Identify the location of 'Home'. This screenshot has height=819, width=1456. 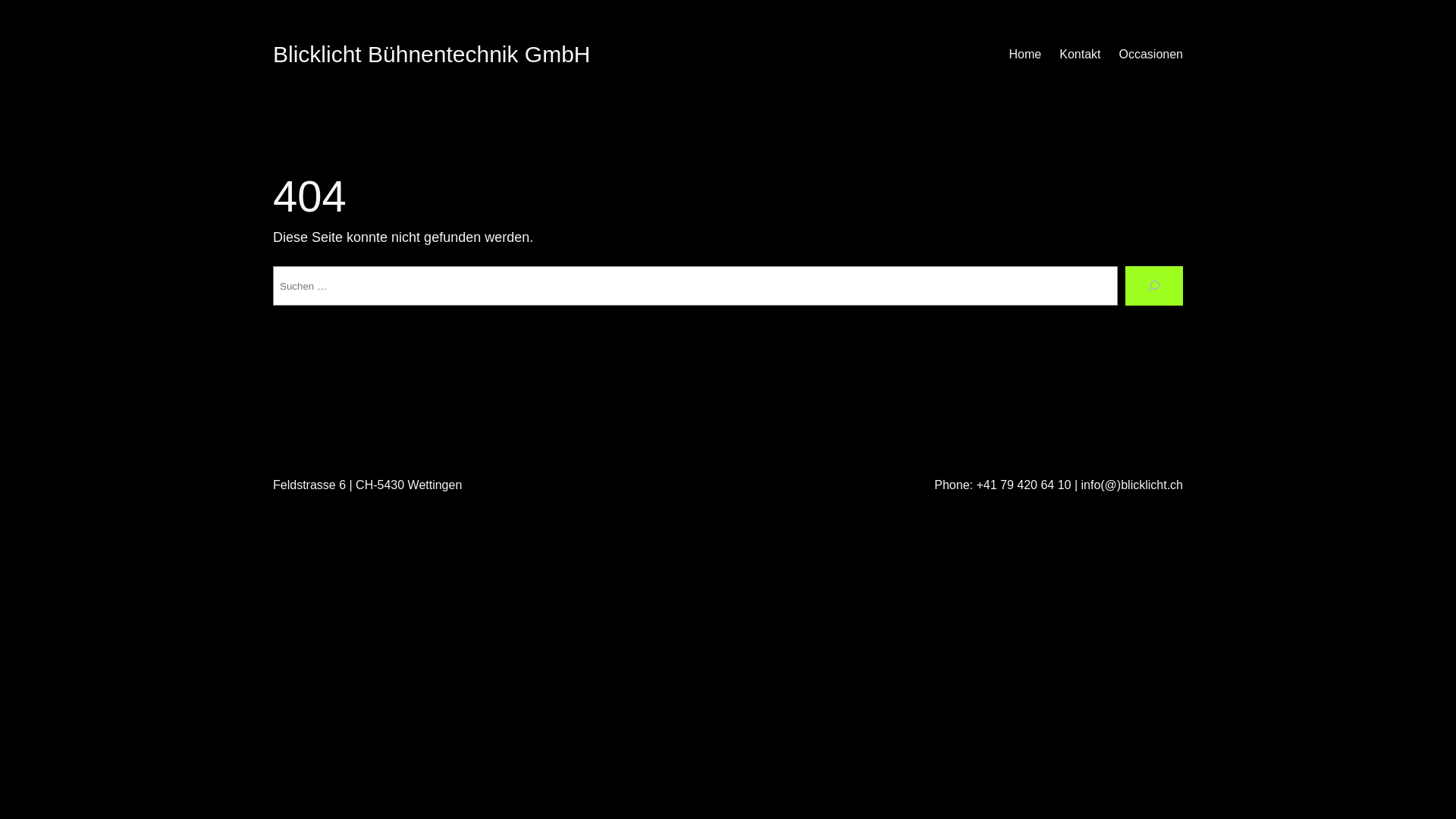
(1025, 54).